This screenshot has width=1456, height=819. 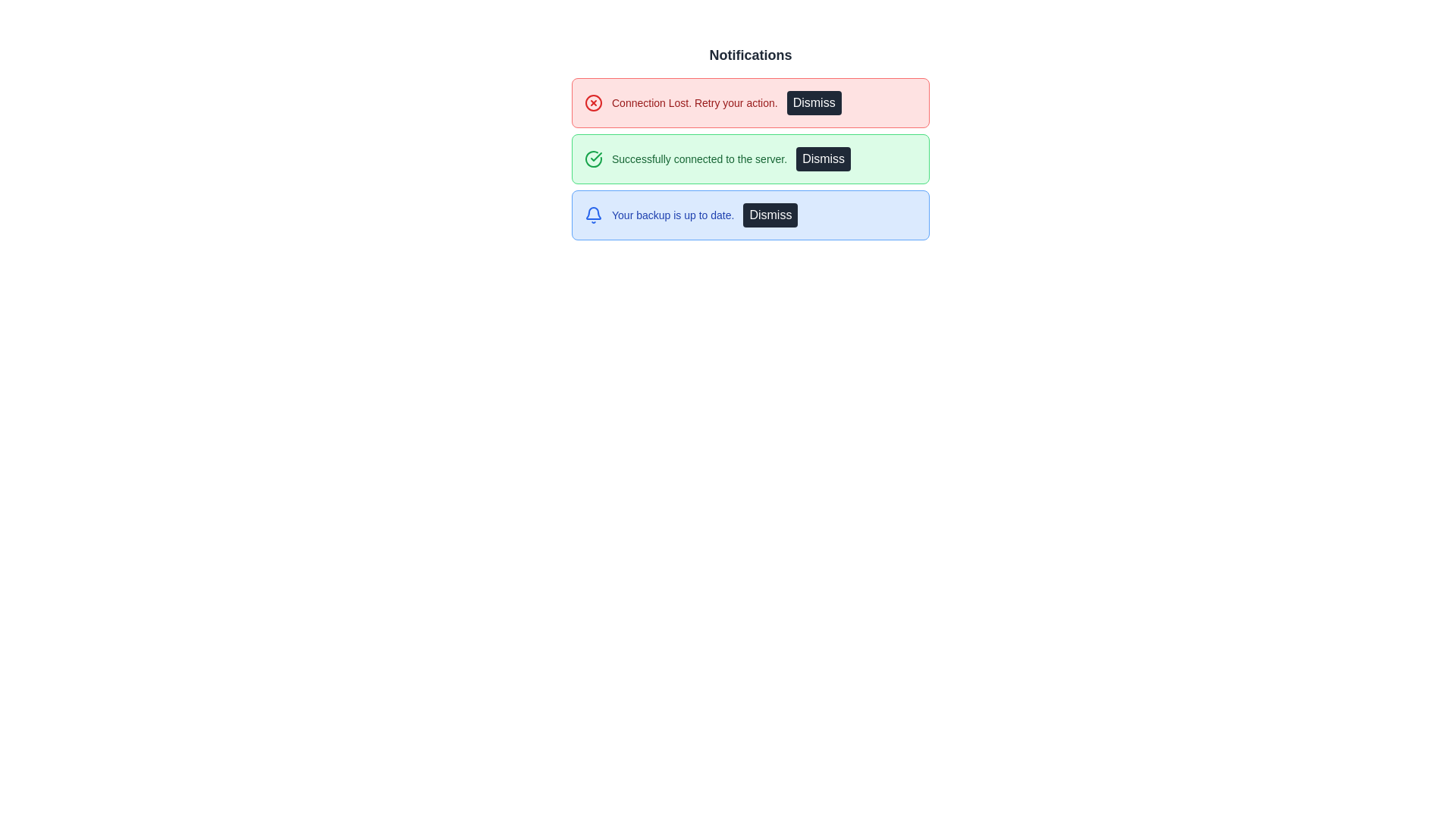 What do you see at coordinates (592, 215) in the screenshot?
I see `the bell icon in the notification card that indicates the backup status, which is positioned to the left of the text stating 'Your backup is up to date.'` at bounding box center [592, 215].